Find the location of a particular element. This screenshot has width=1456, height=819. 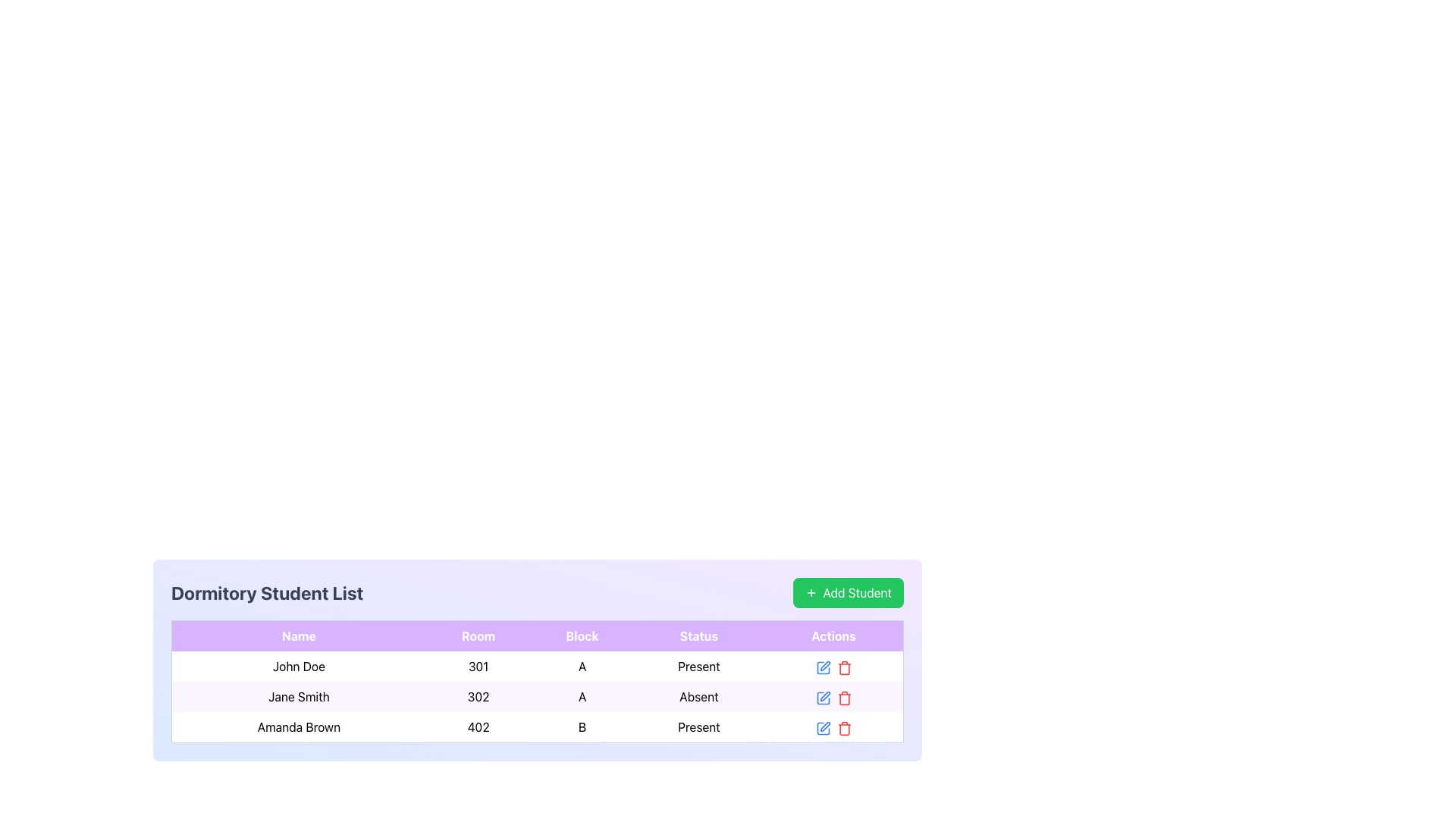

the red trash icon button in the actions column of the table to initiate a delete action for 'John Doe' is located at coordinates (843, 667).